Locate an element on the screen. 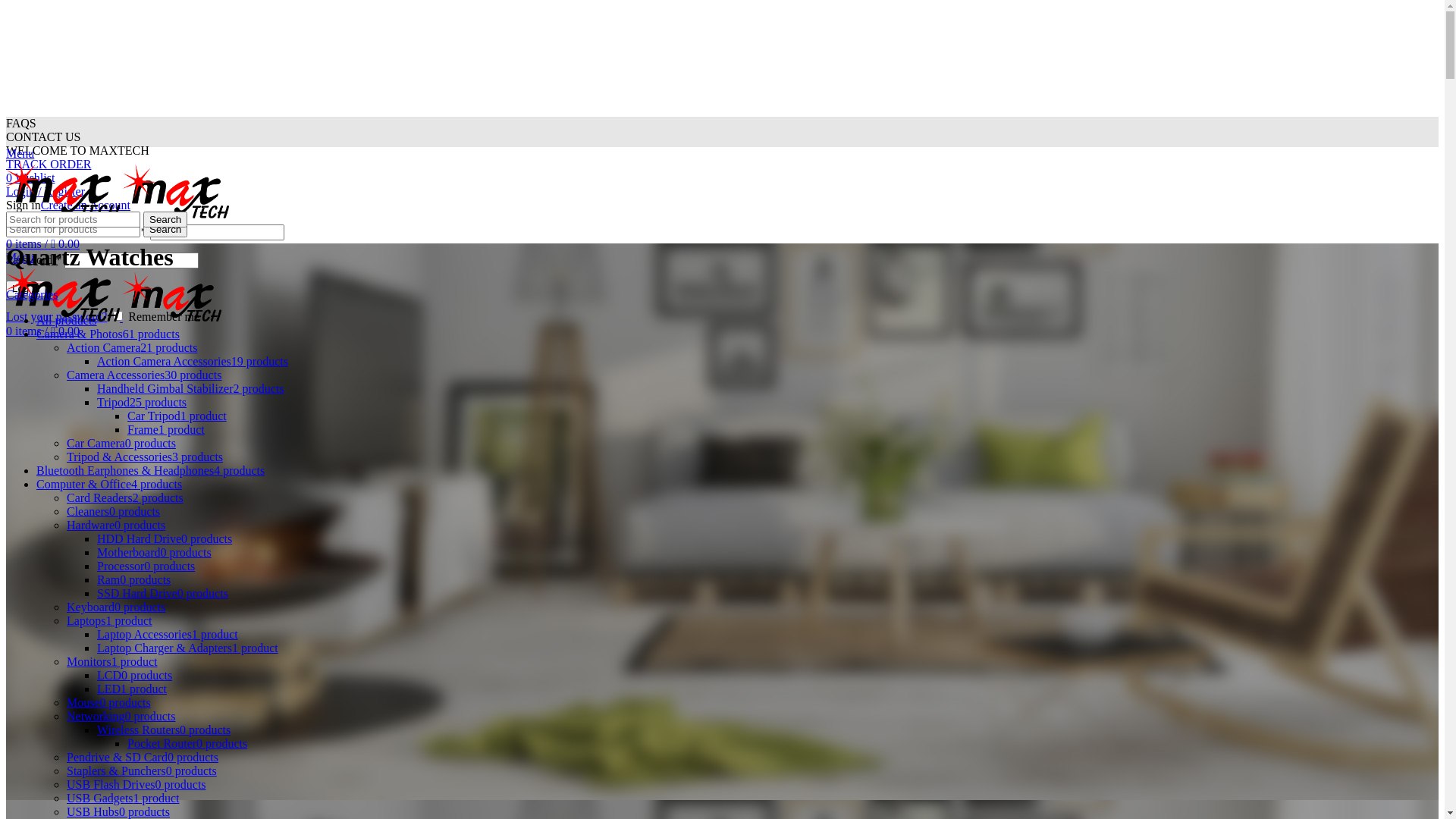  'Laptops1 product' is located at coordinates (108, 620).